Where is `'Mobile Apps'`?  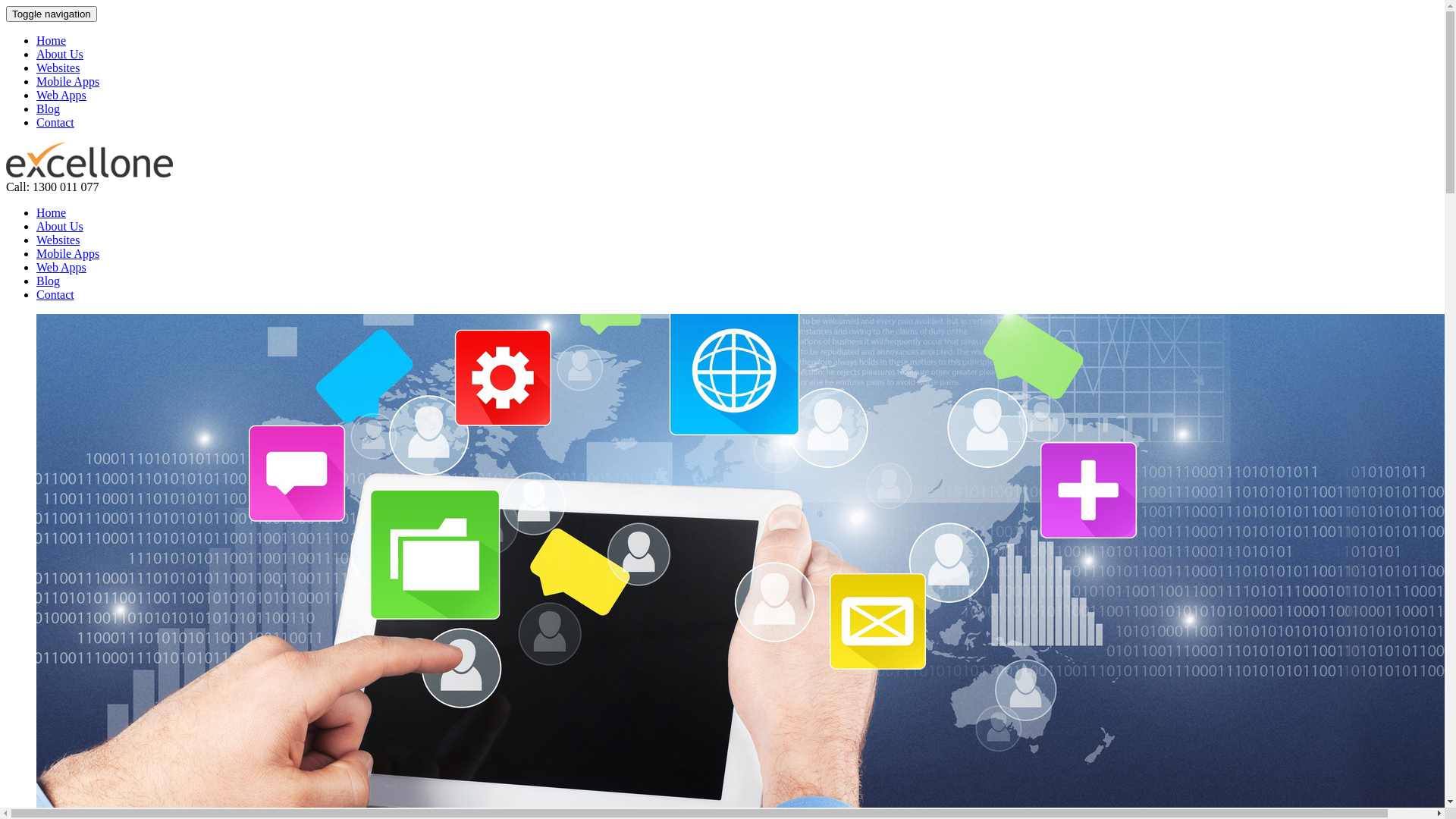
'Mobile Apps' is located at coordinates (67, 81).